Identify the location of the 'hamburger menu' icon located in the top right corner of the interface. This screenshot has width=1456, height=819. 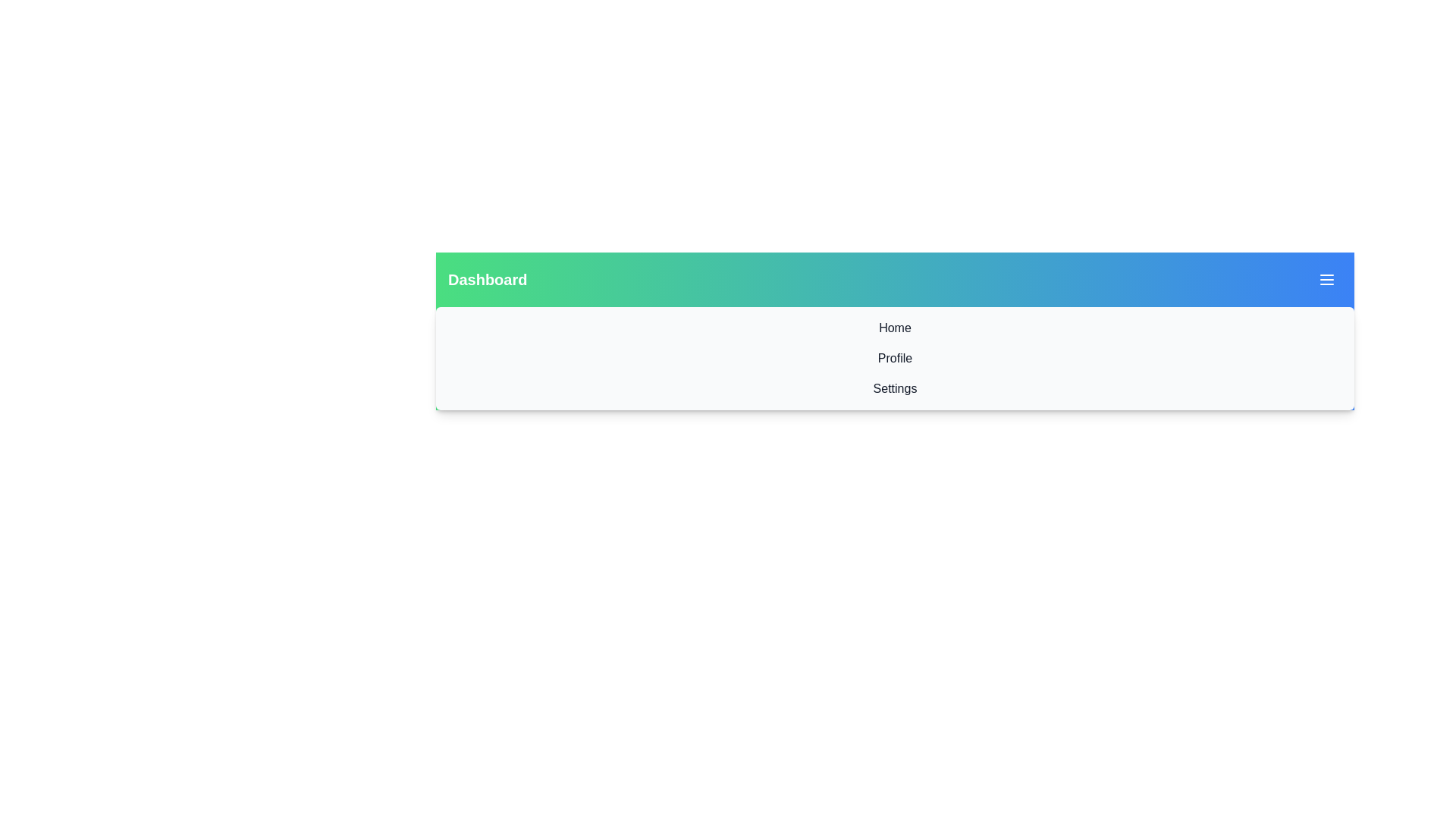
(1326, 280).